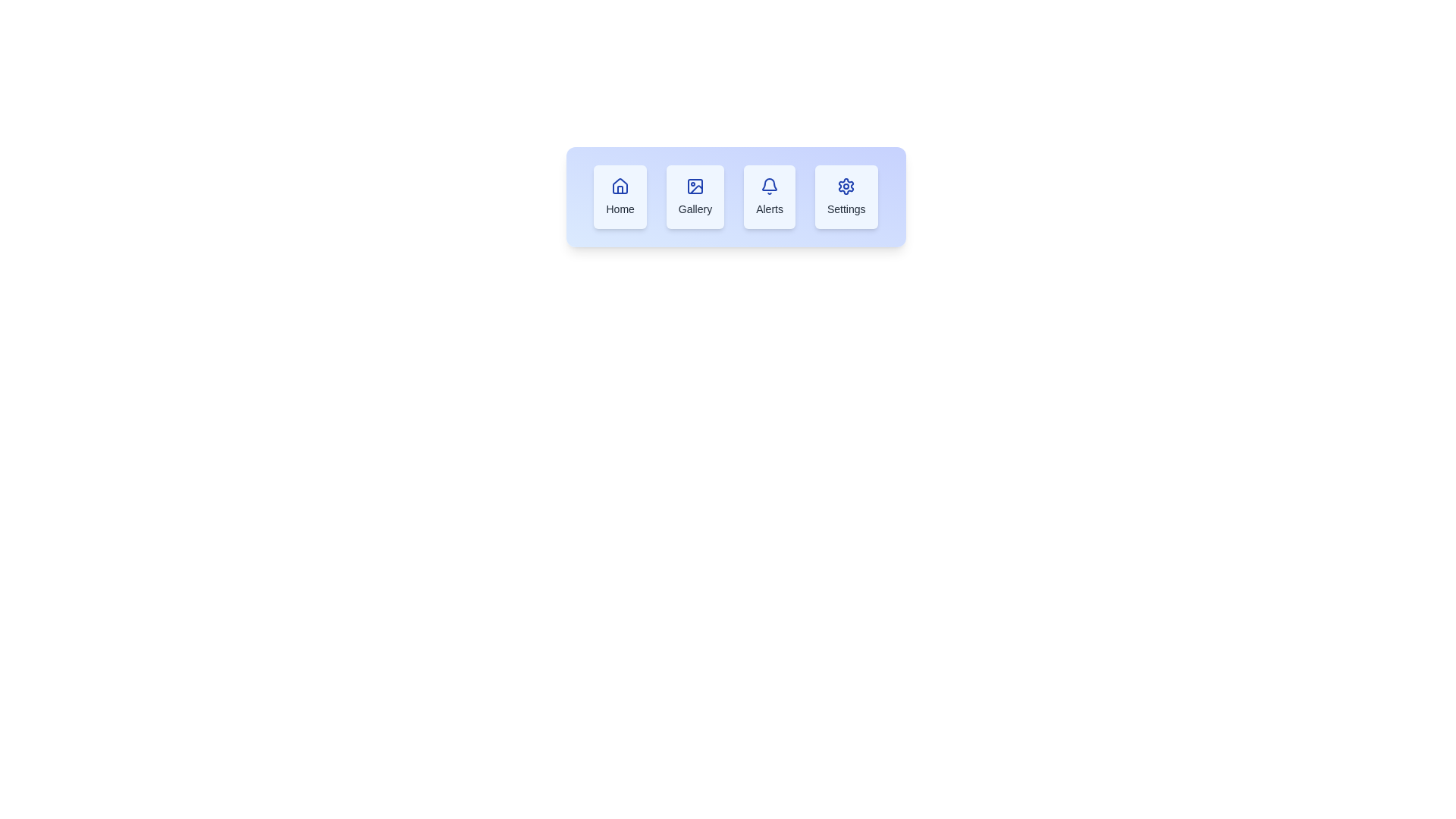 The image size is (1456, 819). Describe the element at coordinates (846, 196) in the screenshot. I see `the fourth button in the horizontal navigation bar` at that location.